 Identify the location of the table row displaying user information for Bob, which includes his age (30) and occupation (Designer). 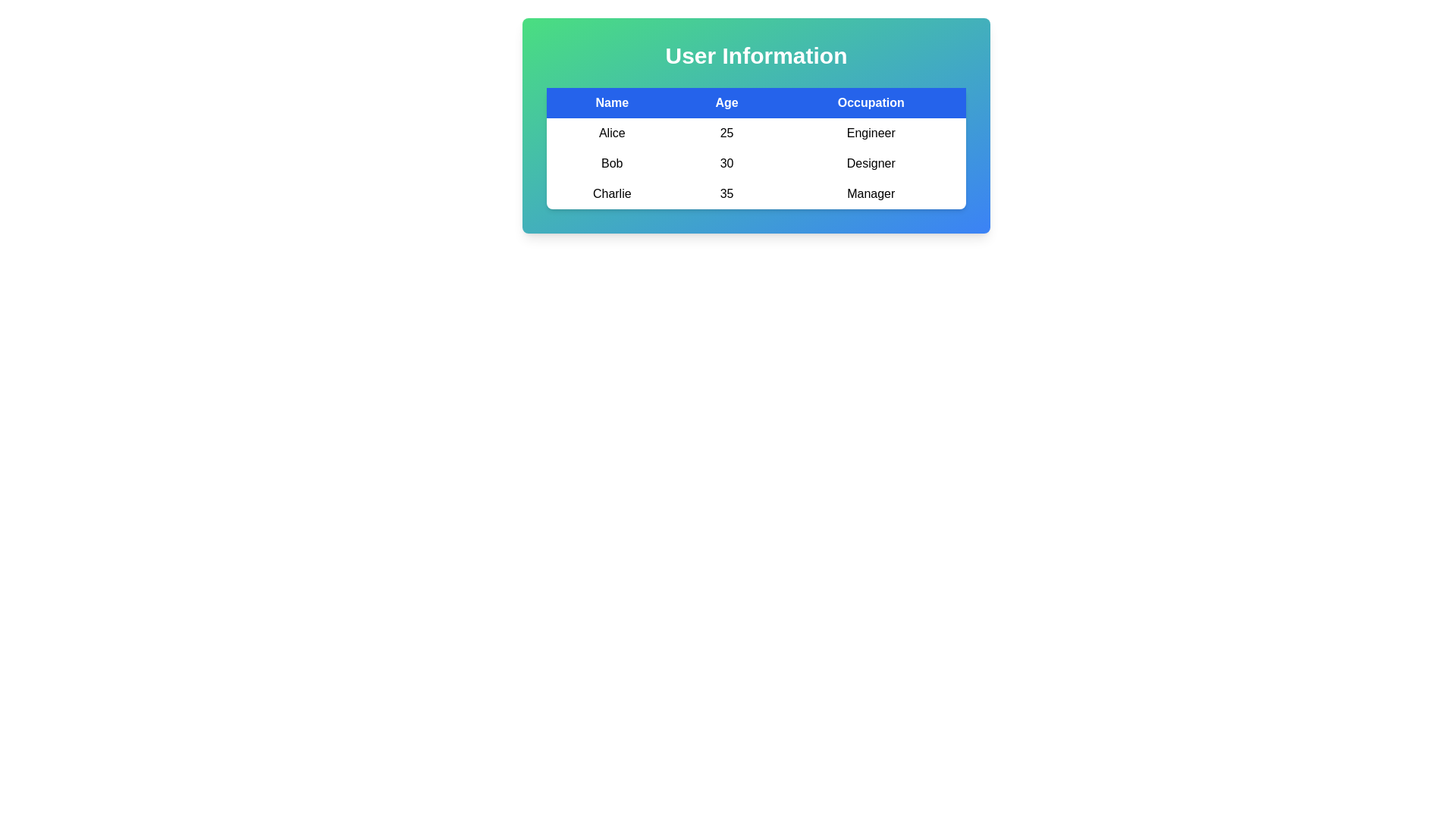
(756, 149).